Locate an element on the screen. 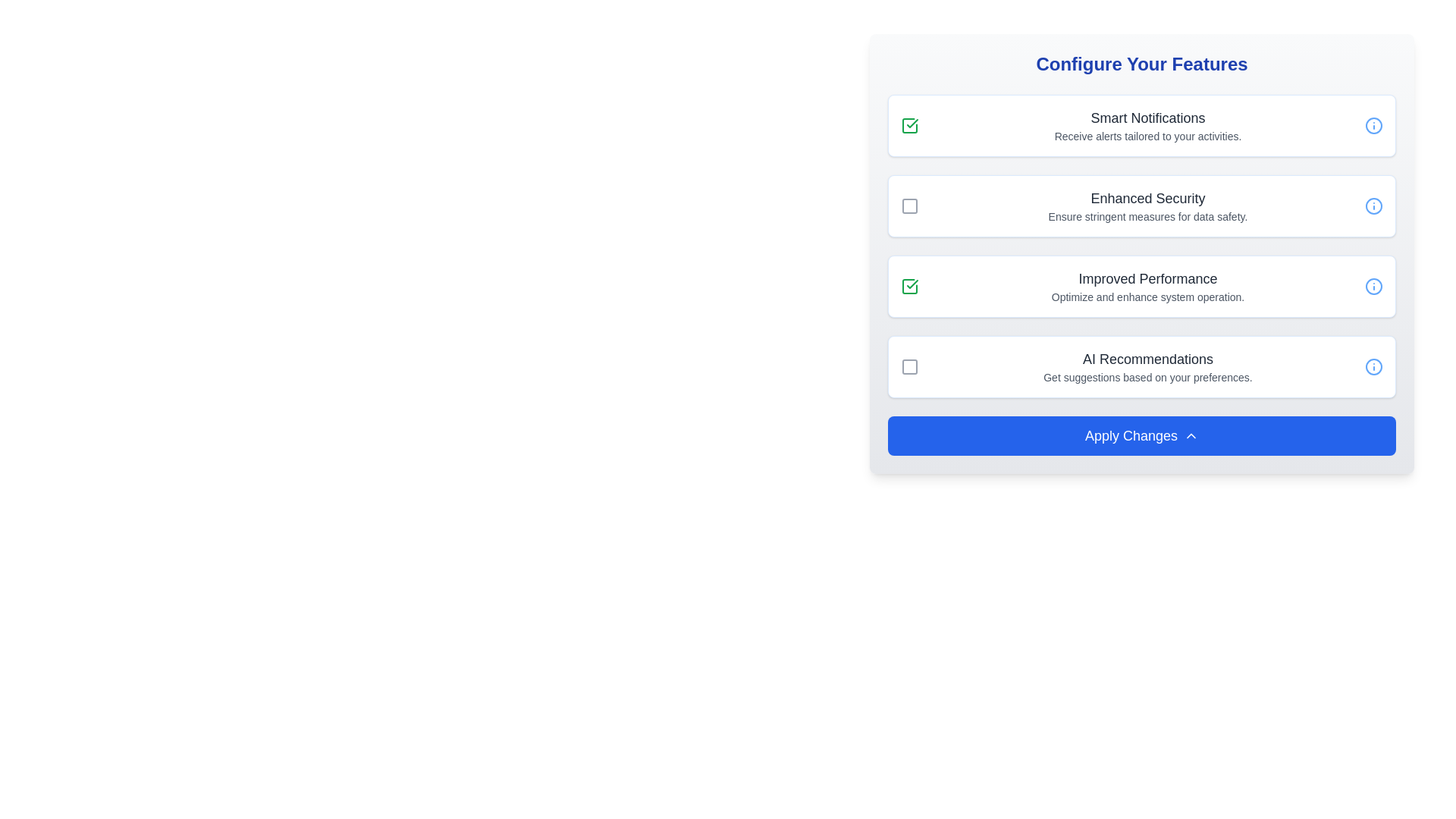  the Text Label providing information about the 'Improved Performance' feature, located below the title text in the third row of the feature configuration list is located at coordinates (1147, 297).